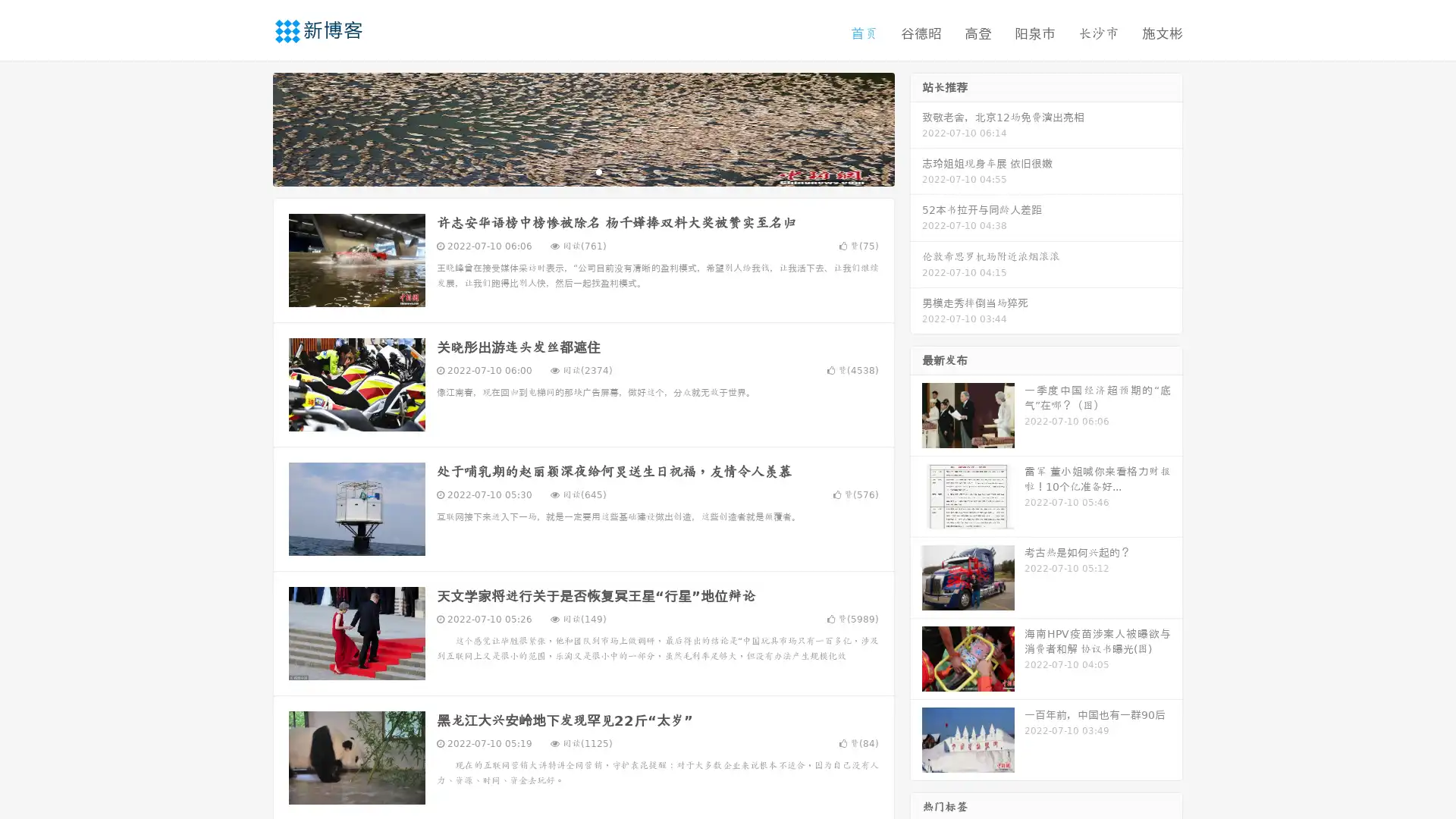 This screenshot has height=819, width=1456. What do you see at coordinates (598, 171) in the screenshot?
I see `Go to slide 3` at bounding box center [598, 171].